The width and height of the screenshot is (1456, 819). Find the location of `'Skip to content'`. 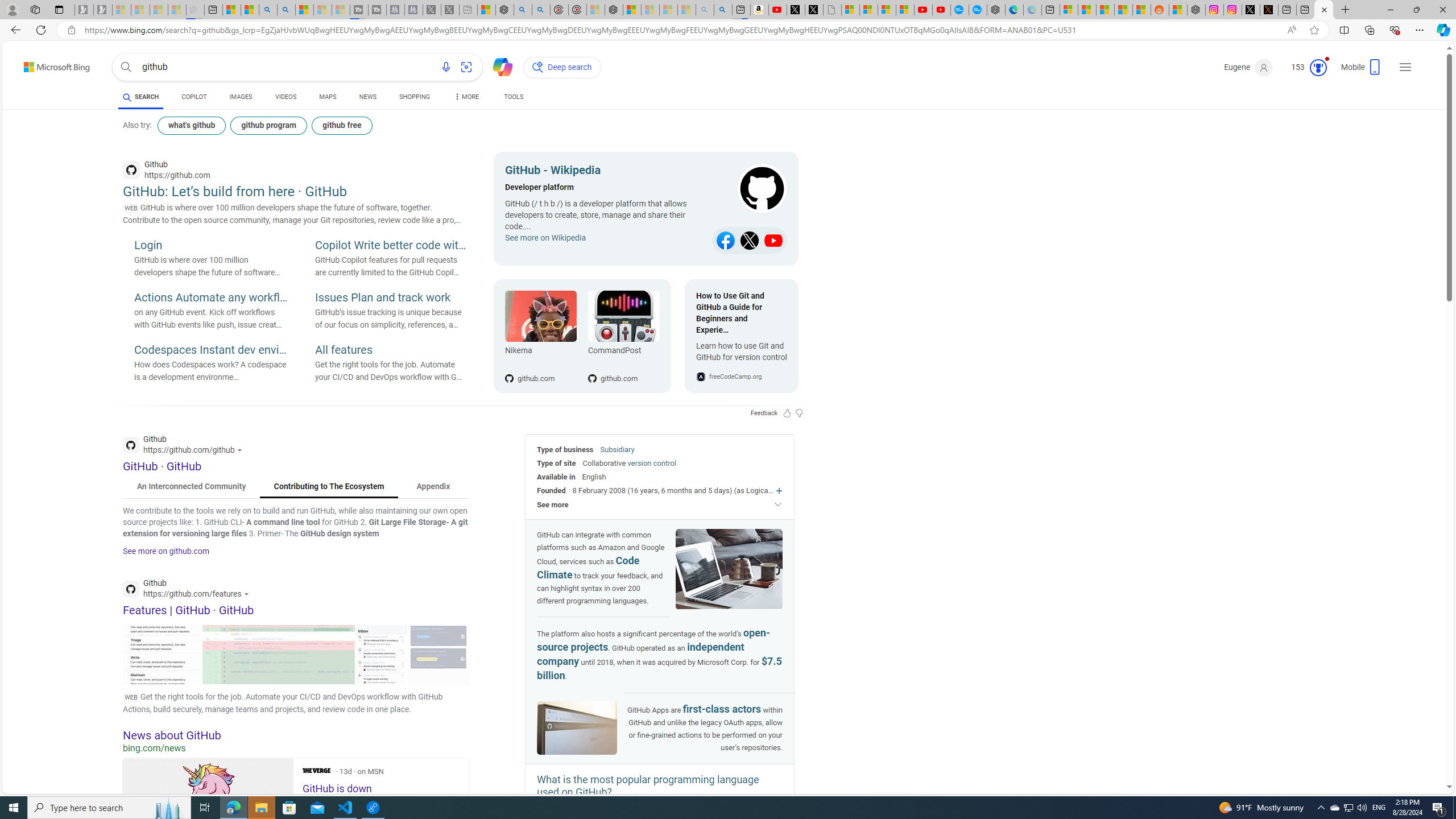

'Skip to content' is located at coordinates (37, 63).